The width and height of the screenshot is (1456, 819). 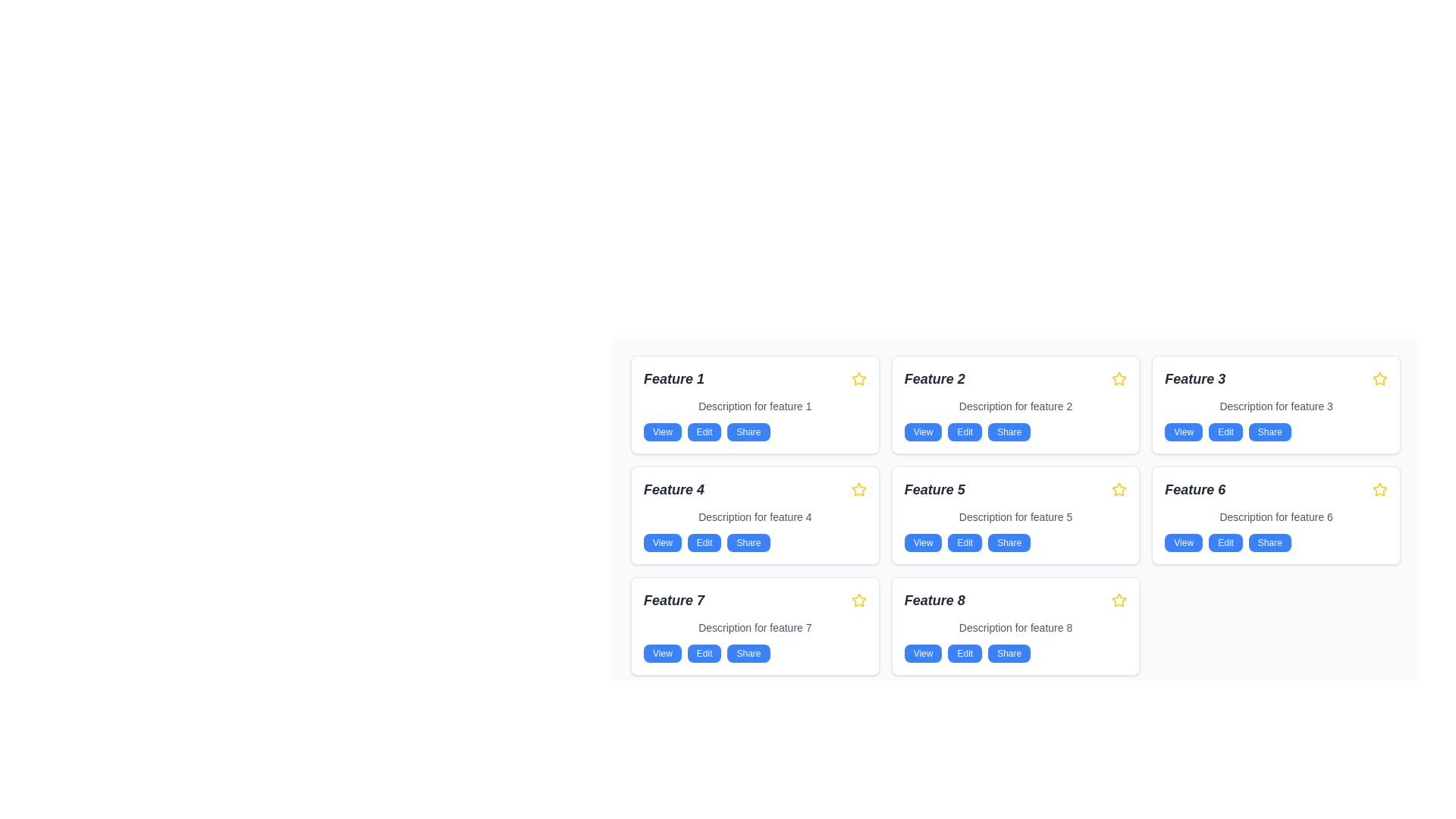 I want to click on the yellow star icon located to the right of the 'Feature 8' label, so click(x=1119, y=599).